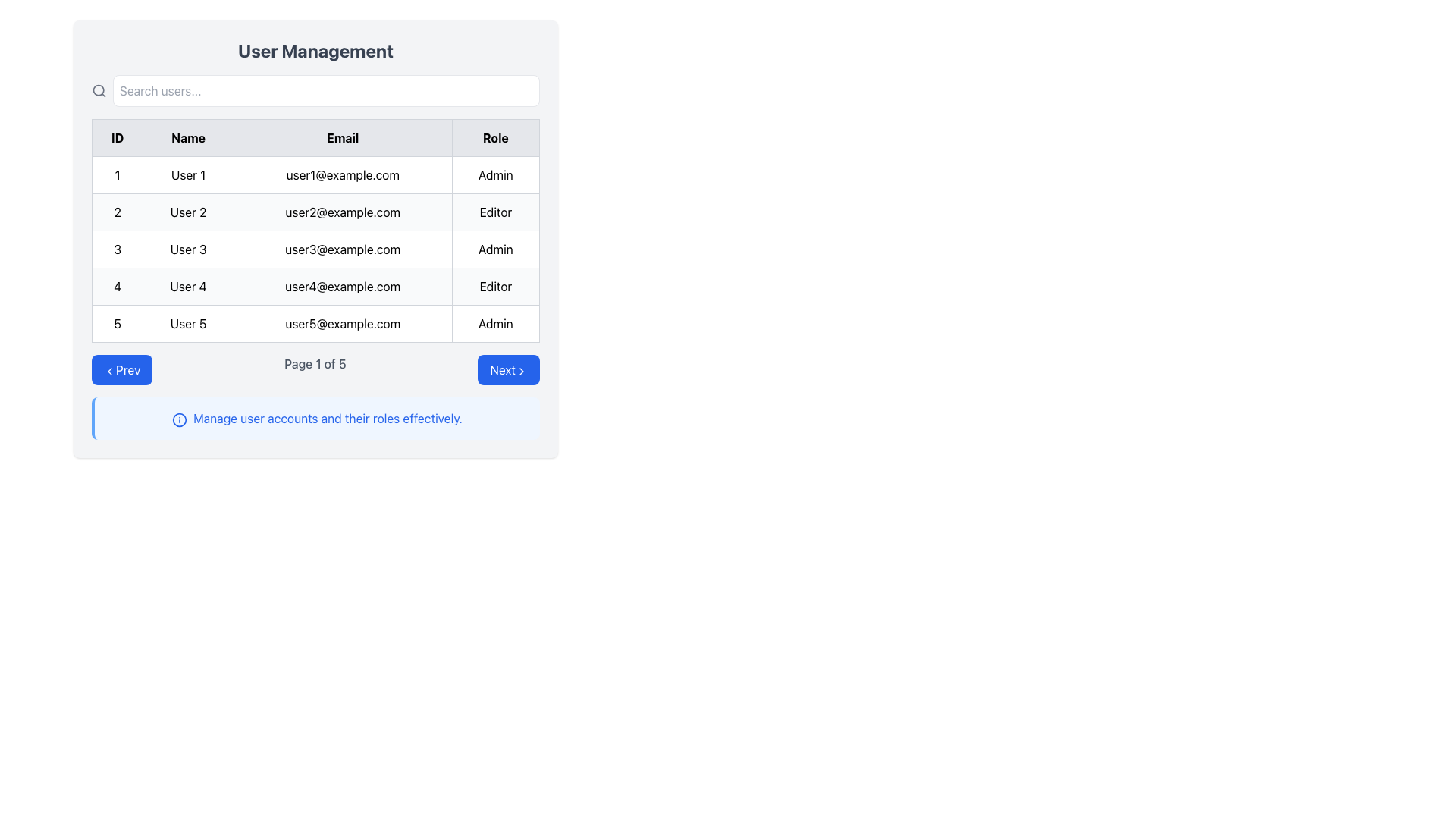  Describe the element at coordinates (314, 370) in the screenshot. I see `the text label displaying 'Page 1 of 5', which is centrally located between the 'Prev' and 'Next' buttons in the pagination bar at the bottom of the user management table` at that location.